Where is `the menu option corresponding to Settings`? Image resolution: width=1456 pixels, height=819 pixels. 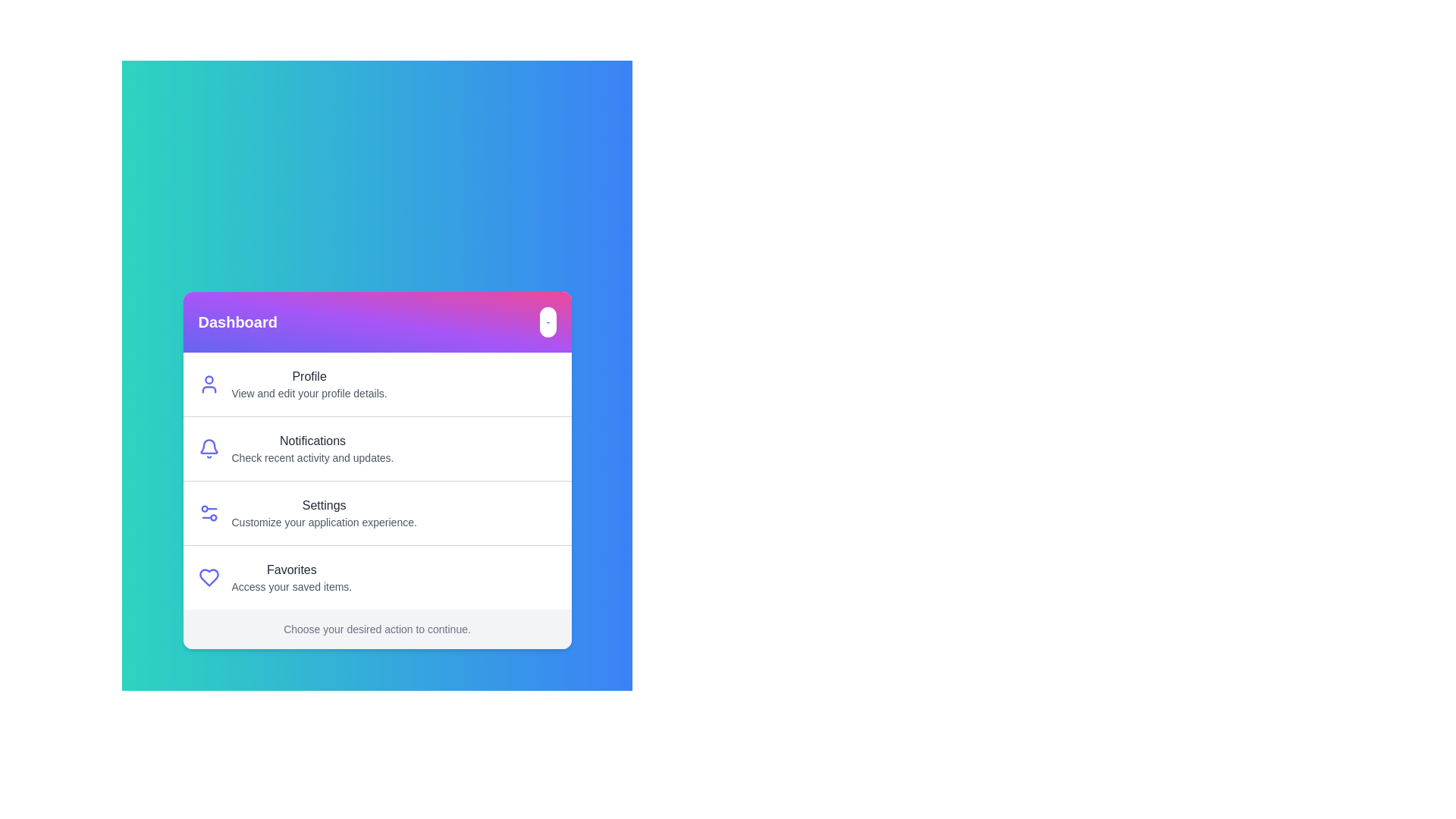
the menu option corresponding to Settings is located at coordinates (323, 512).